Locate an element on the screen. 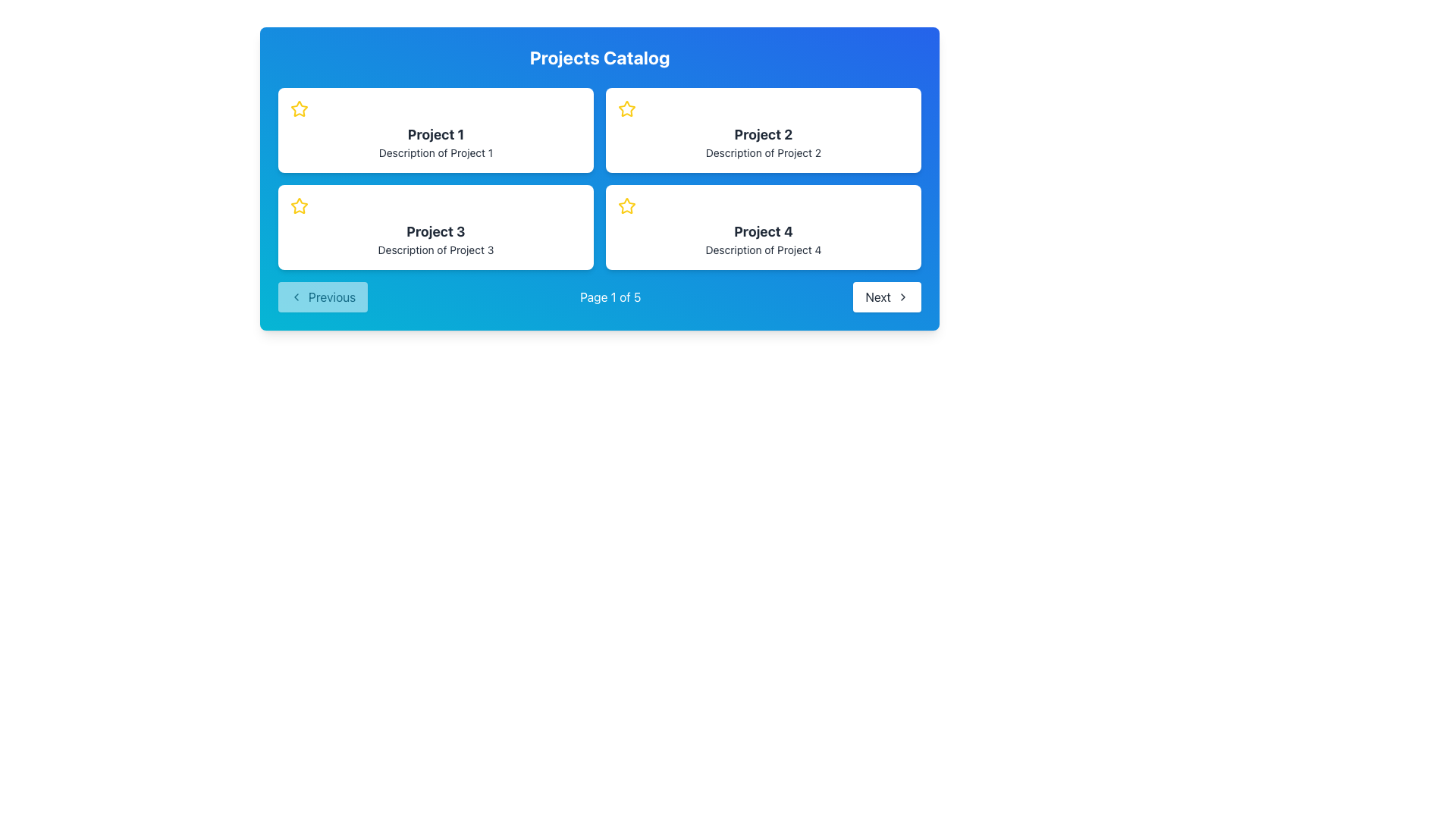  the text label providing a description for Project 4, located beneath the header 'Project 4' in the fourth card of the grid layout is located at coordinates (764, 249).